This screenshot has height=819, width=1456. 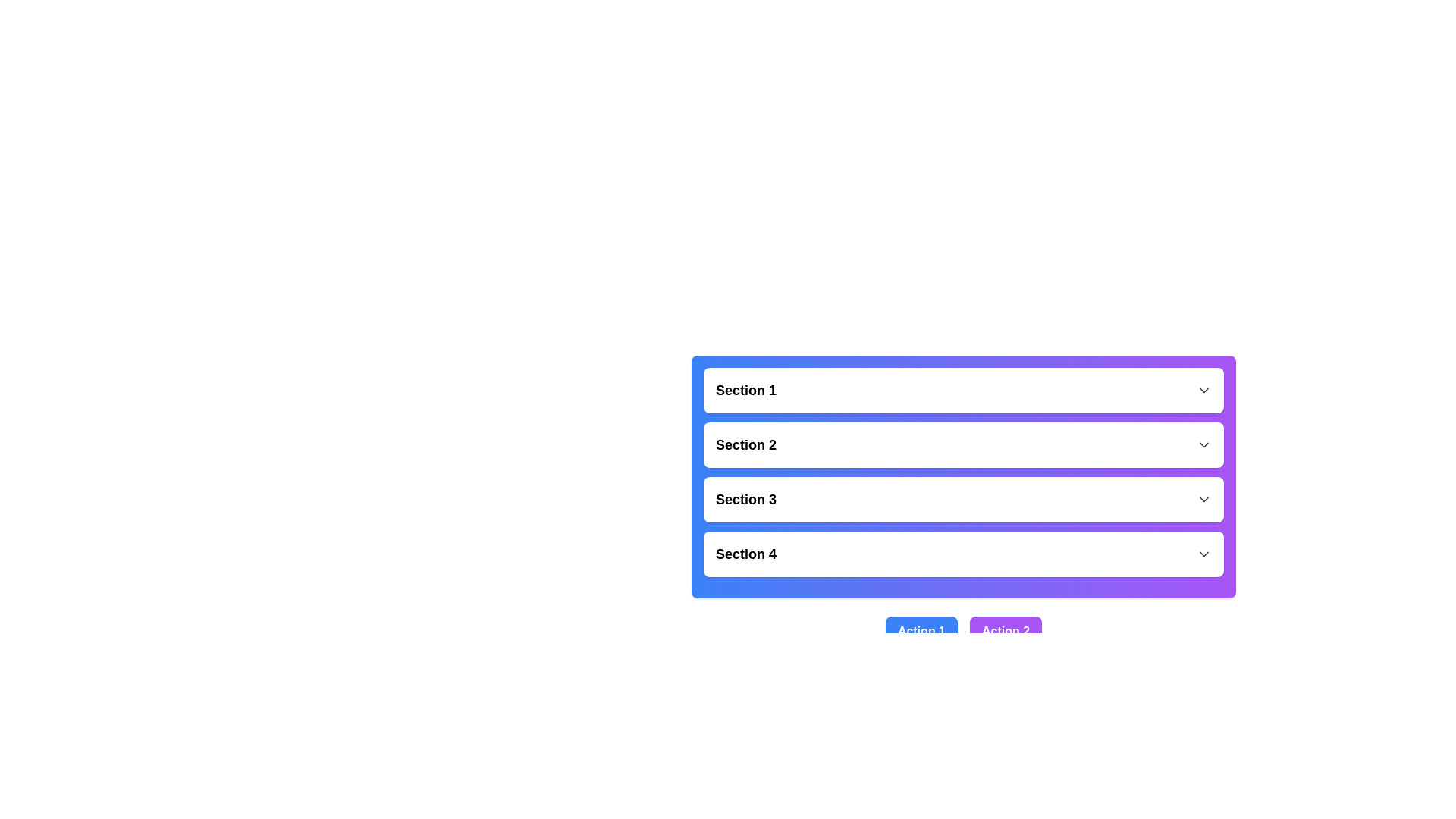 What do you see at coordinates (1203, 554) in the screenshot?
I see `the Chevron icon (SVG)` at bounding box center [1203, 554].